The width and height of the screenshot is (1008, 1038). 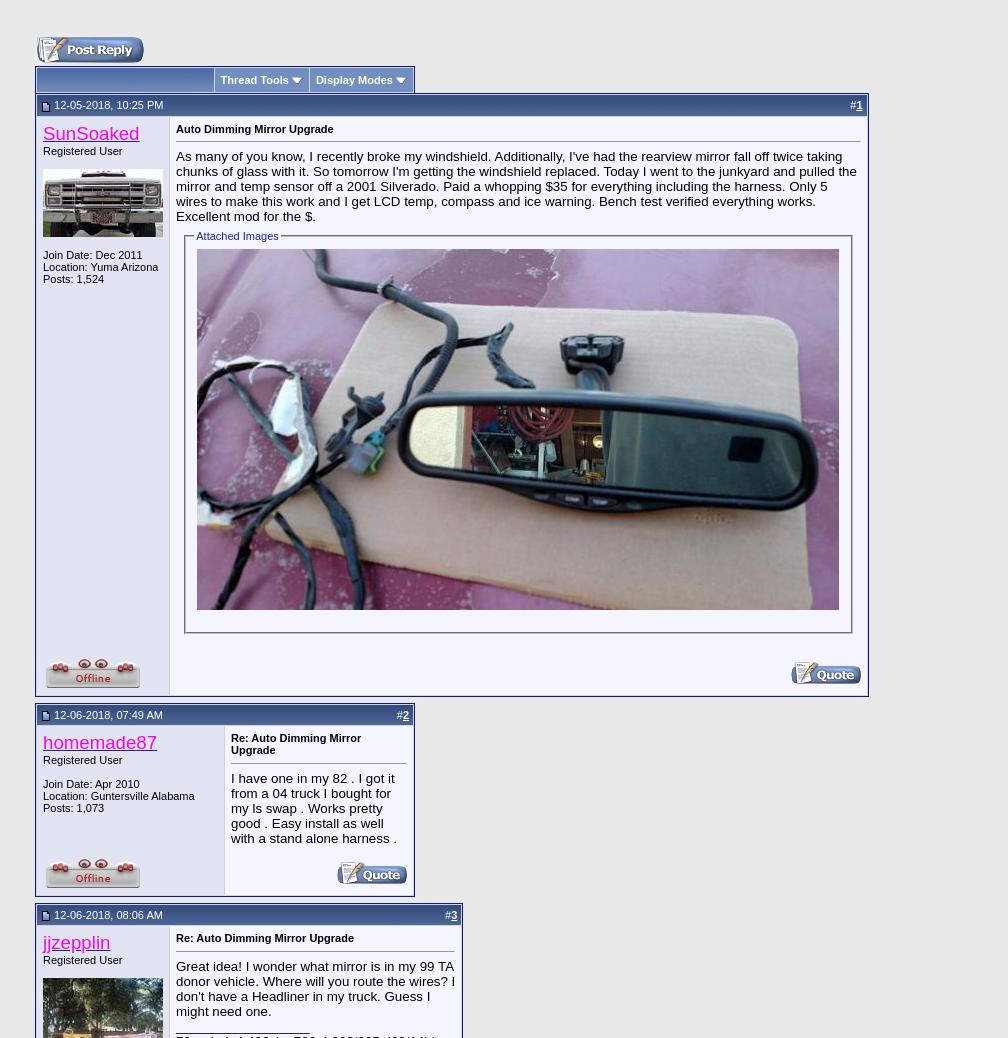 What do you see at coordinates (405, 713) in the screenshot?
I see `'2'` at bounding box center [405, 713].